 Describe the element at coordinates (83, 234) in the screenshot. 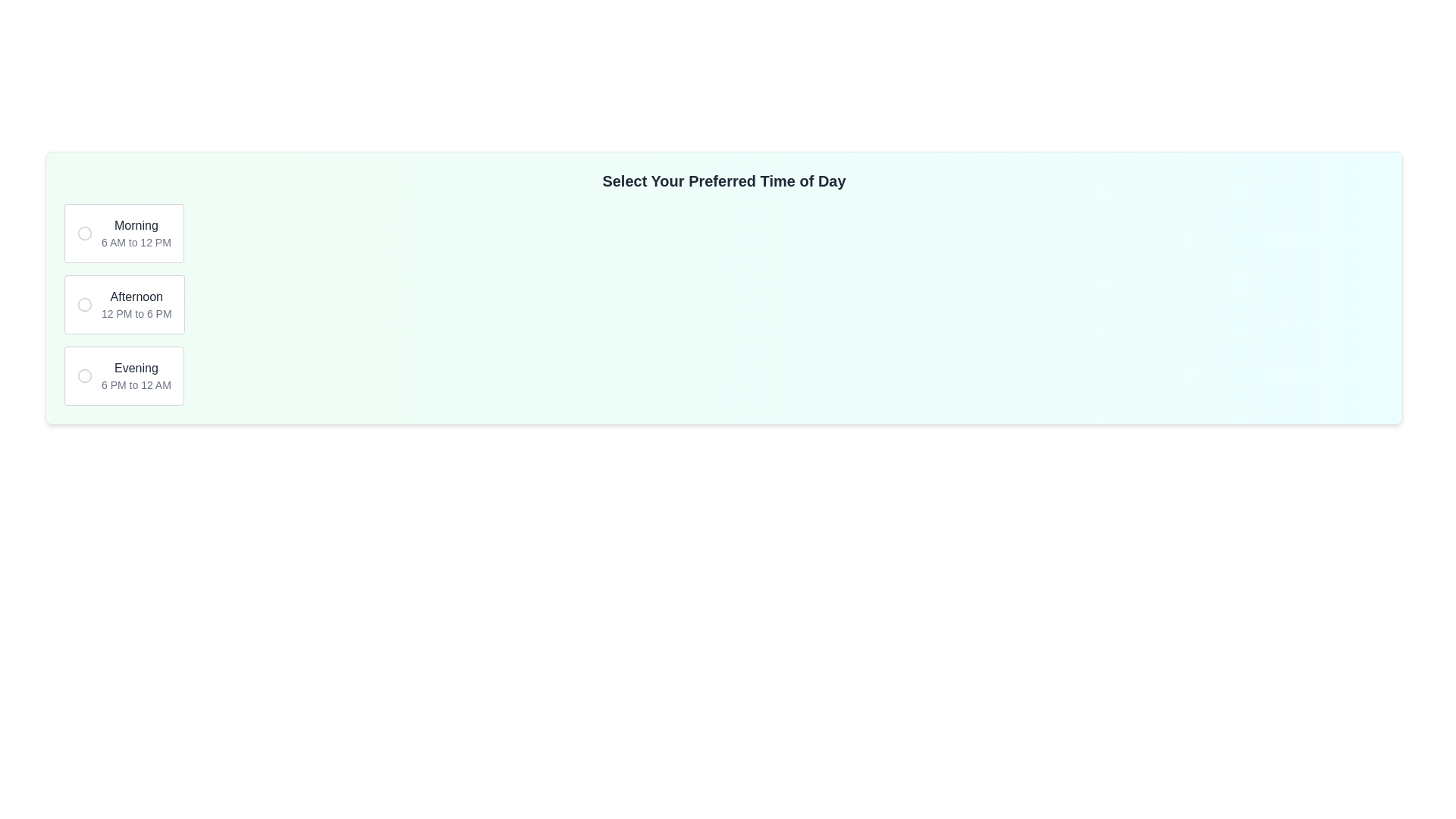

I see `the radio button styled with a light gray border and a hollow center, located to the left of the 'Morning 6 AM to 12 PM' text` at that location.